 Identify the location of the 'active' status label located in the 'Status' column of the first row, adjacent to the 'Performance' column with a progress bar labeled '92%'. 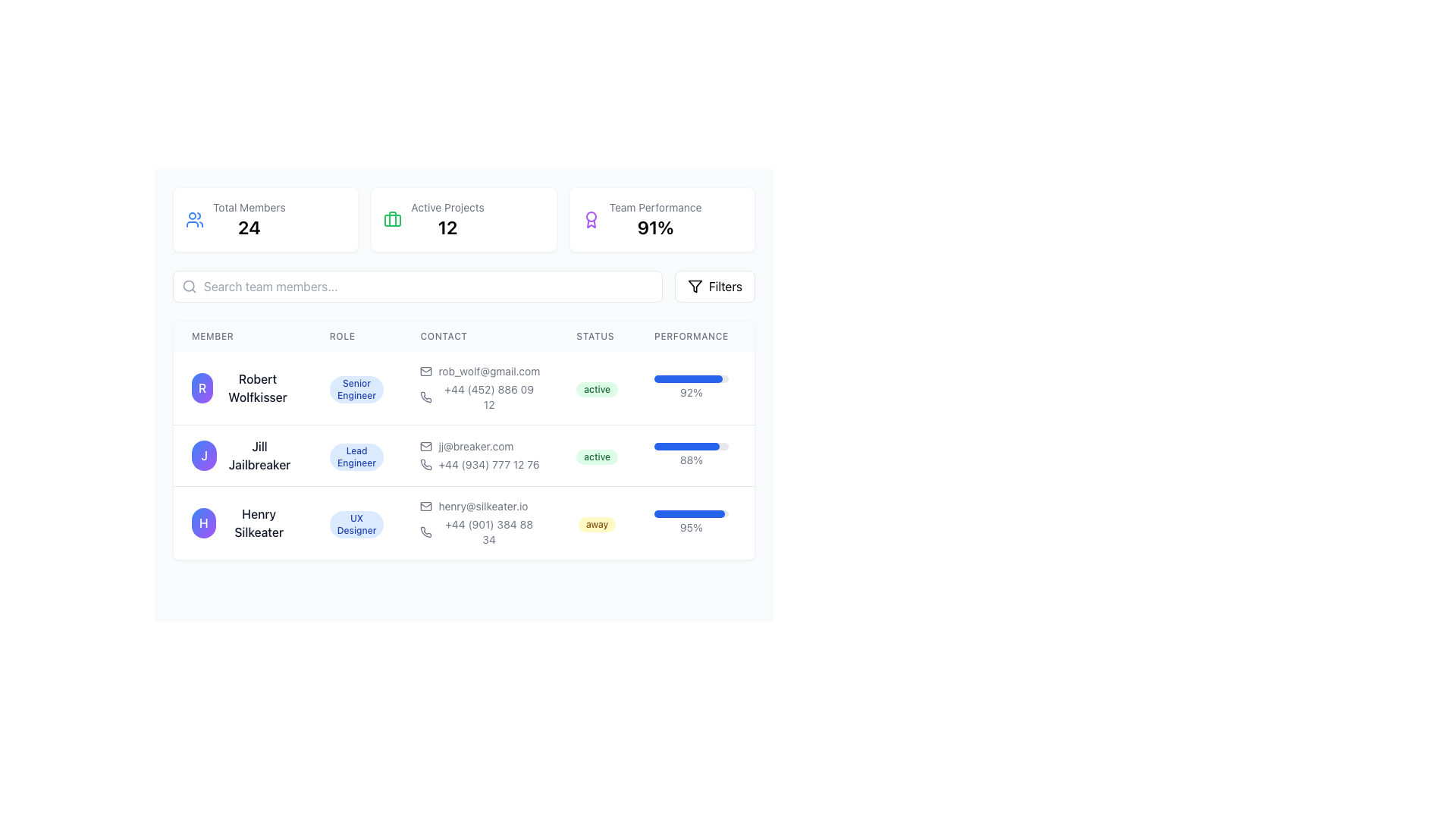
(596, 388).